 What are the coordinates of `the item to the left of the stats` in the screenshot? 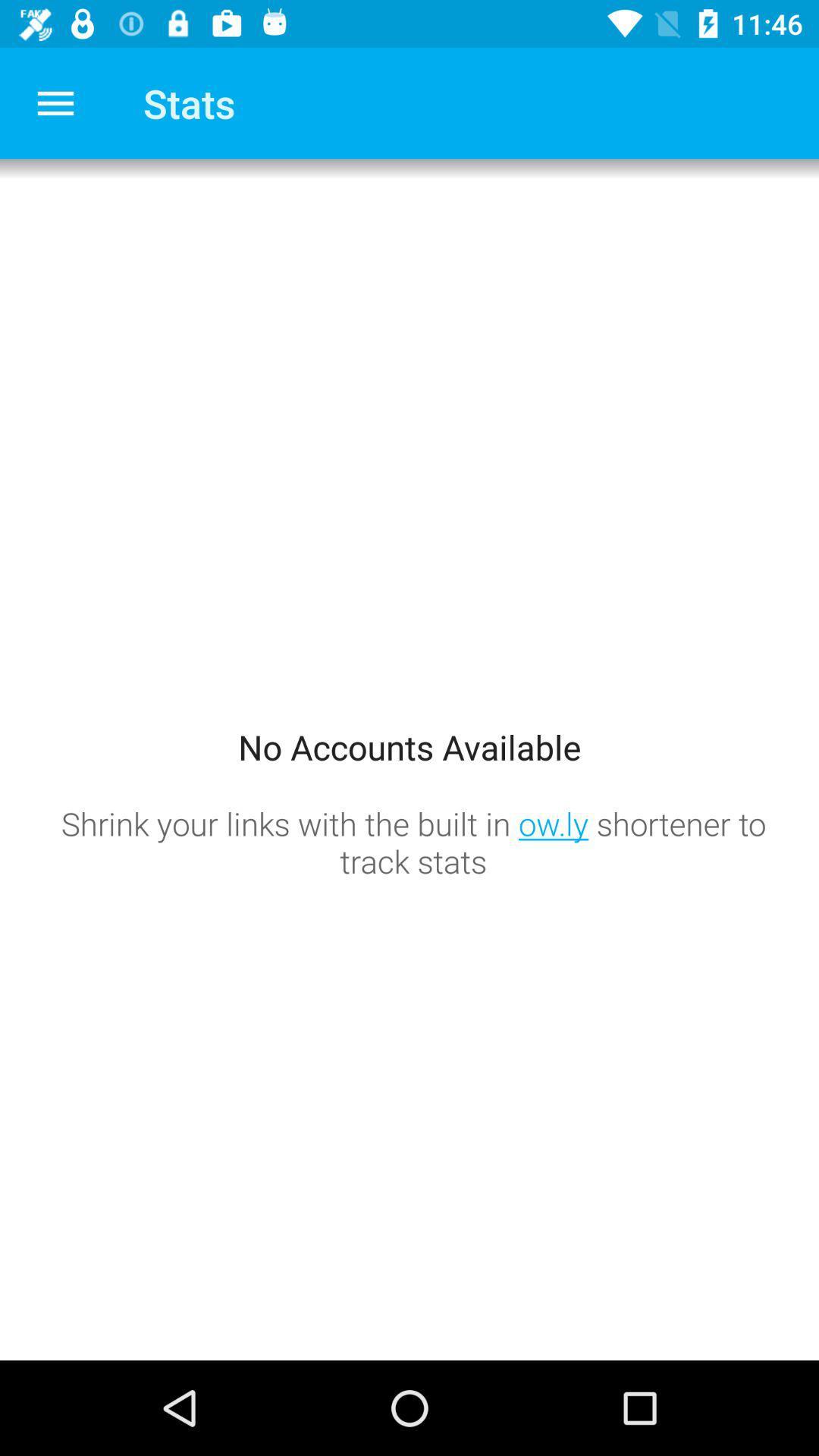 It's located at (55, 102).